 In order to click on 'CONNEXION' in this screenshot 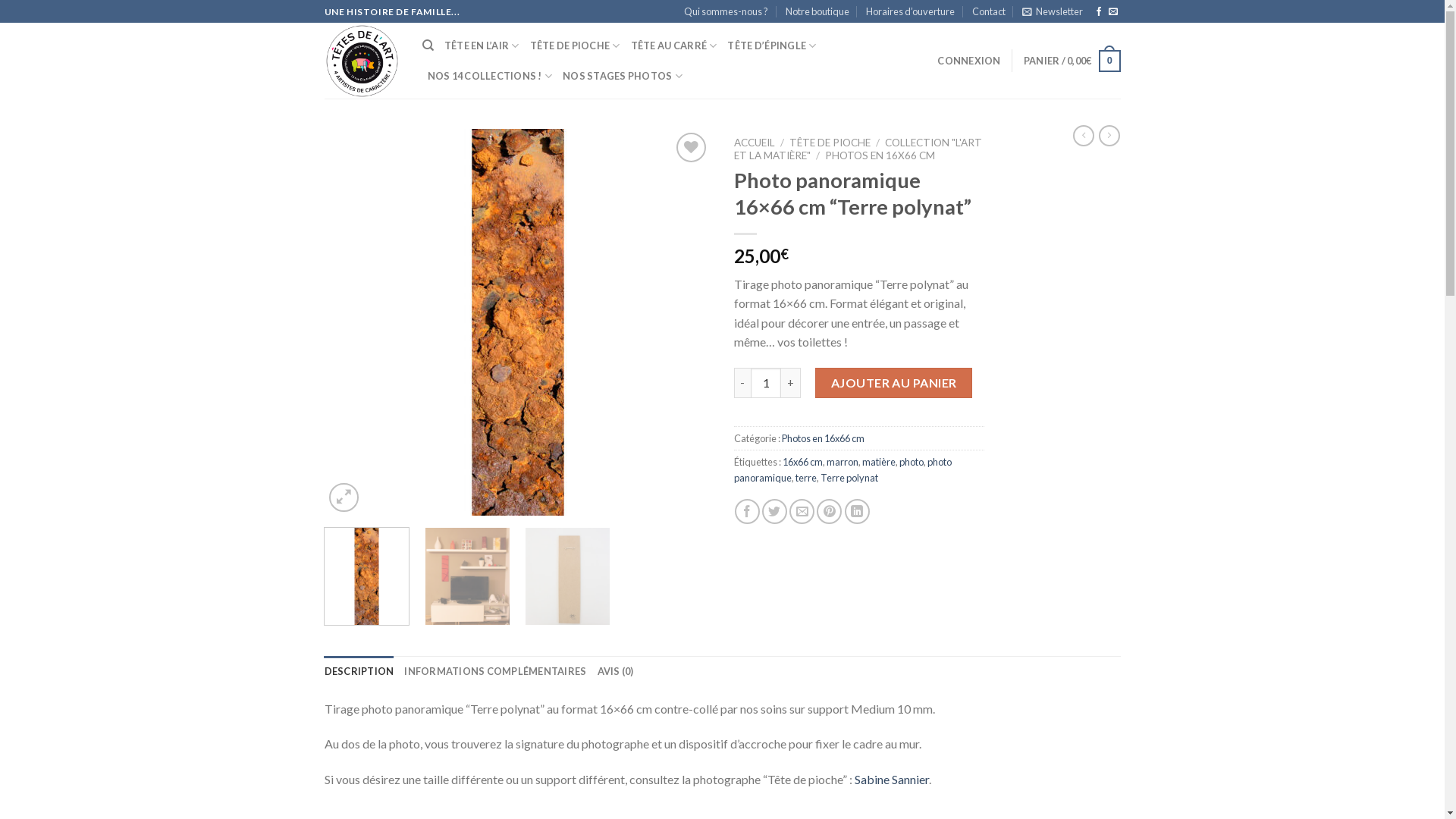, I will do `click(937, 60)`.